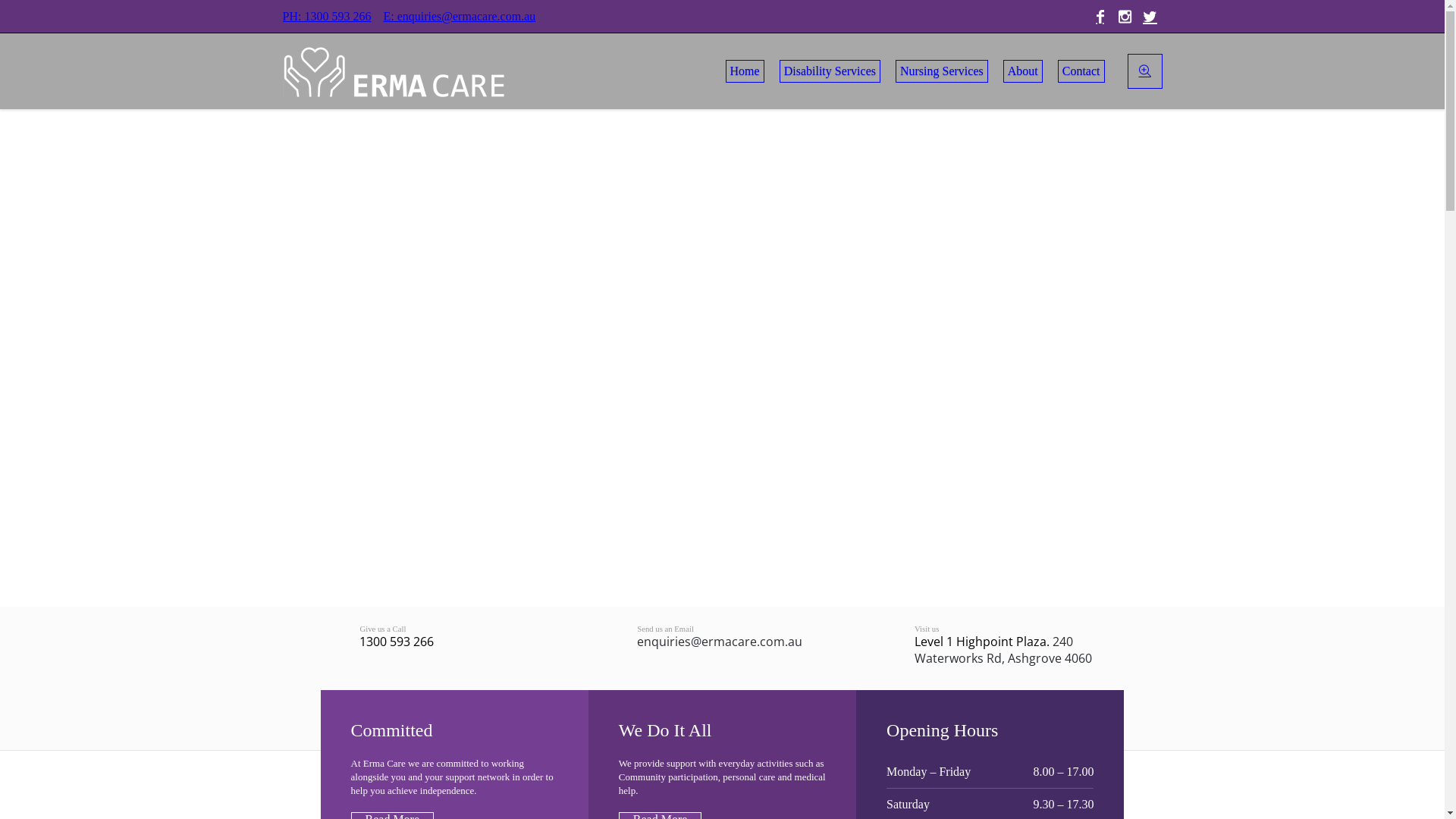  What do you see at coordinates (941, 71) in the screenshot?
I see `'Nursing Services'` at bounding box center [941, 71].